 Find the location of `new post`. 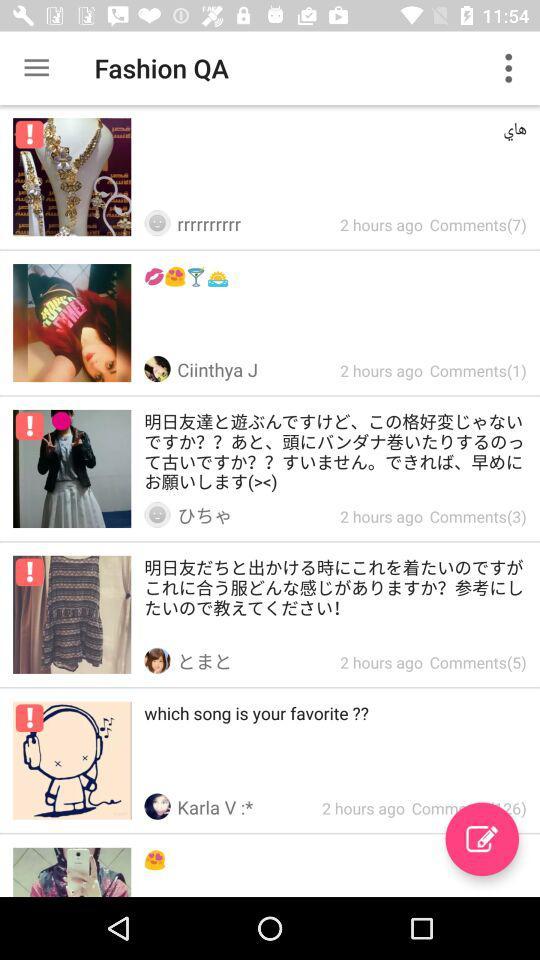

new post is located at coordinates (481, 839).